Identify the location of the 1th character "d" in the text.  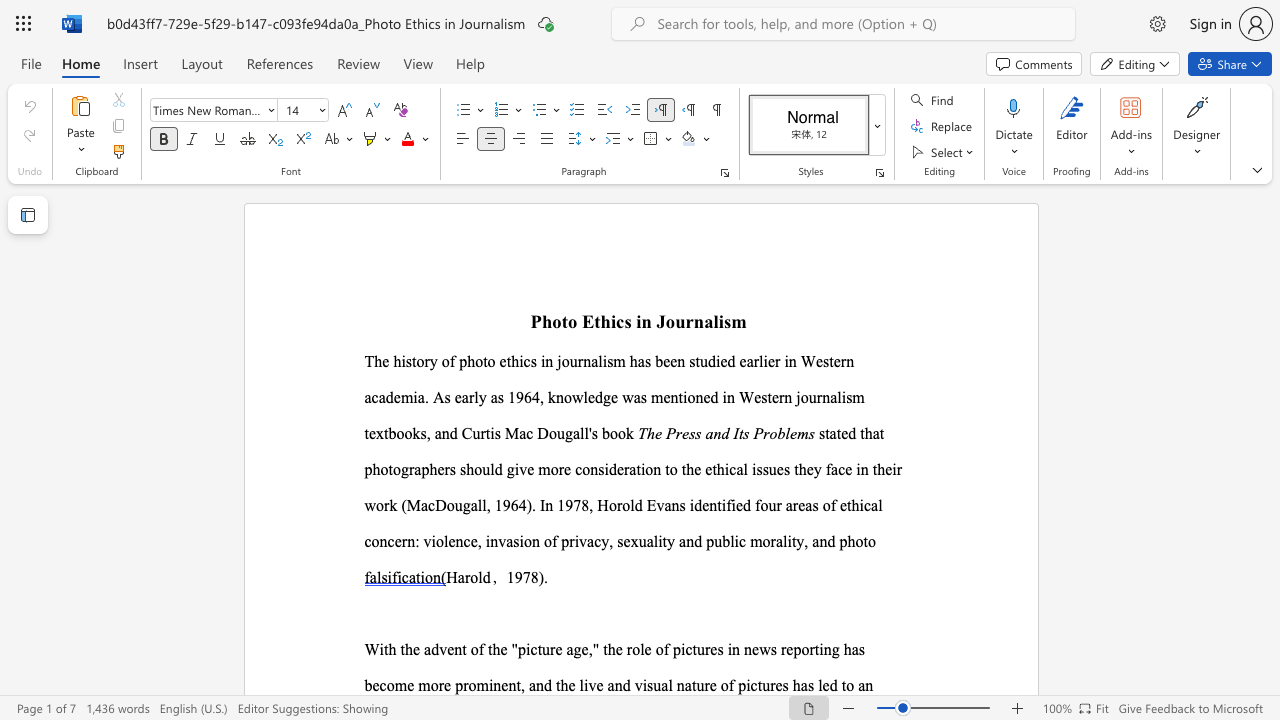
(486, 577).